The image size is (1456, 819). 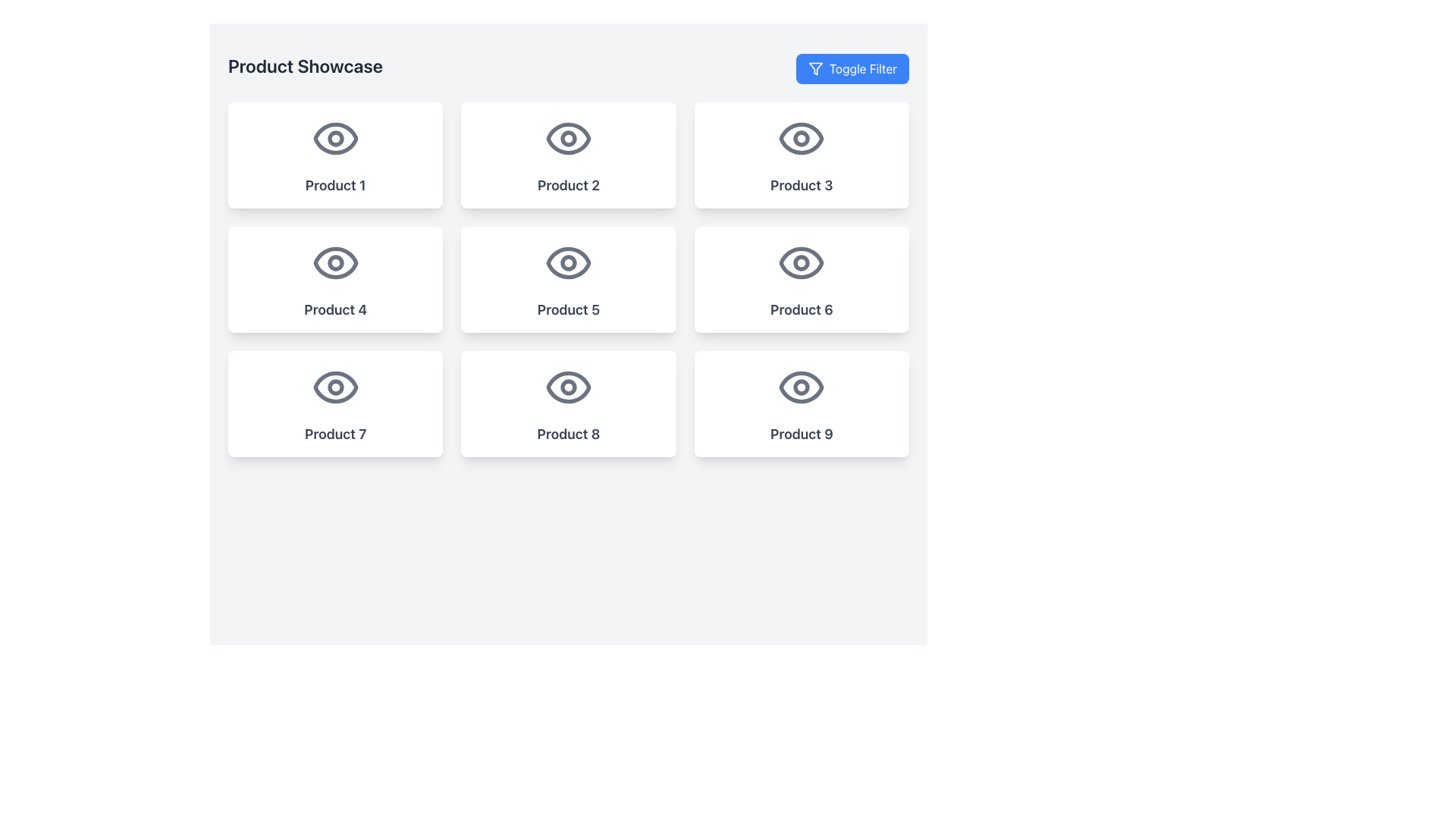 What do you see at coordinates (334, 185) in the screenshot?
I see `the text label displaying 'Product 1' with a bold font style and a dark gray color, located at the bottom center of the card for Product 1` at bounding box center [334, 185].